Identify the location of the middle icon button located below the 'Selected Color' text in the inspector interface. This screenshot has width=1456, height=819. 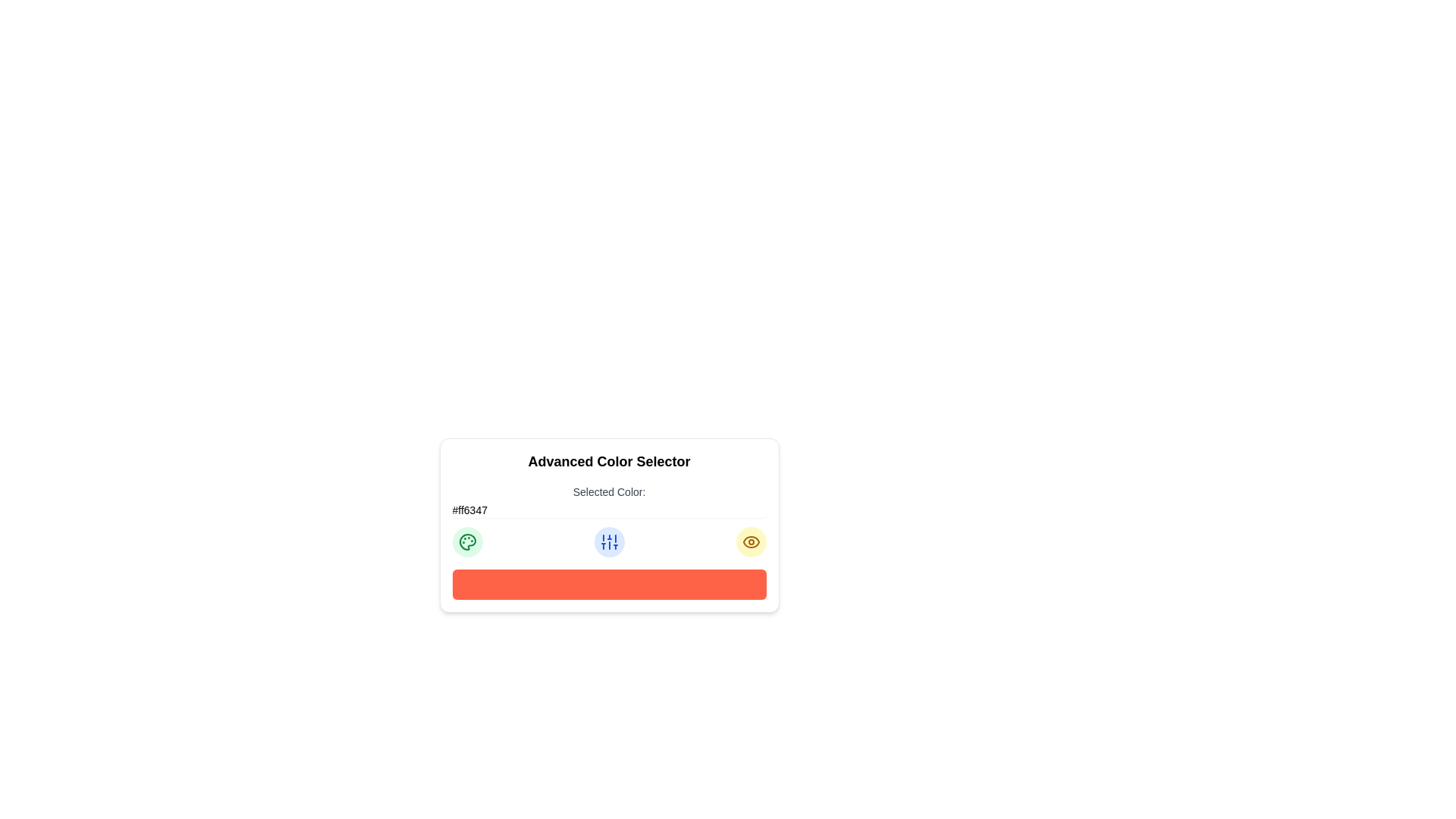
(609, 541).